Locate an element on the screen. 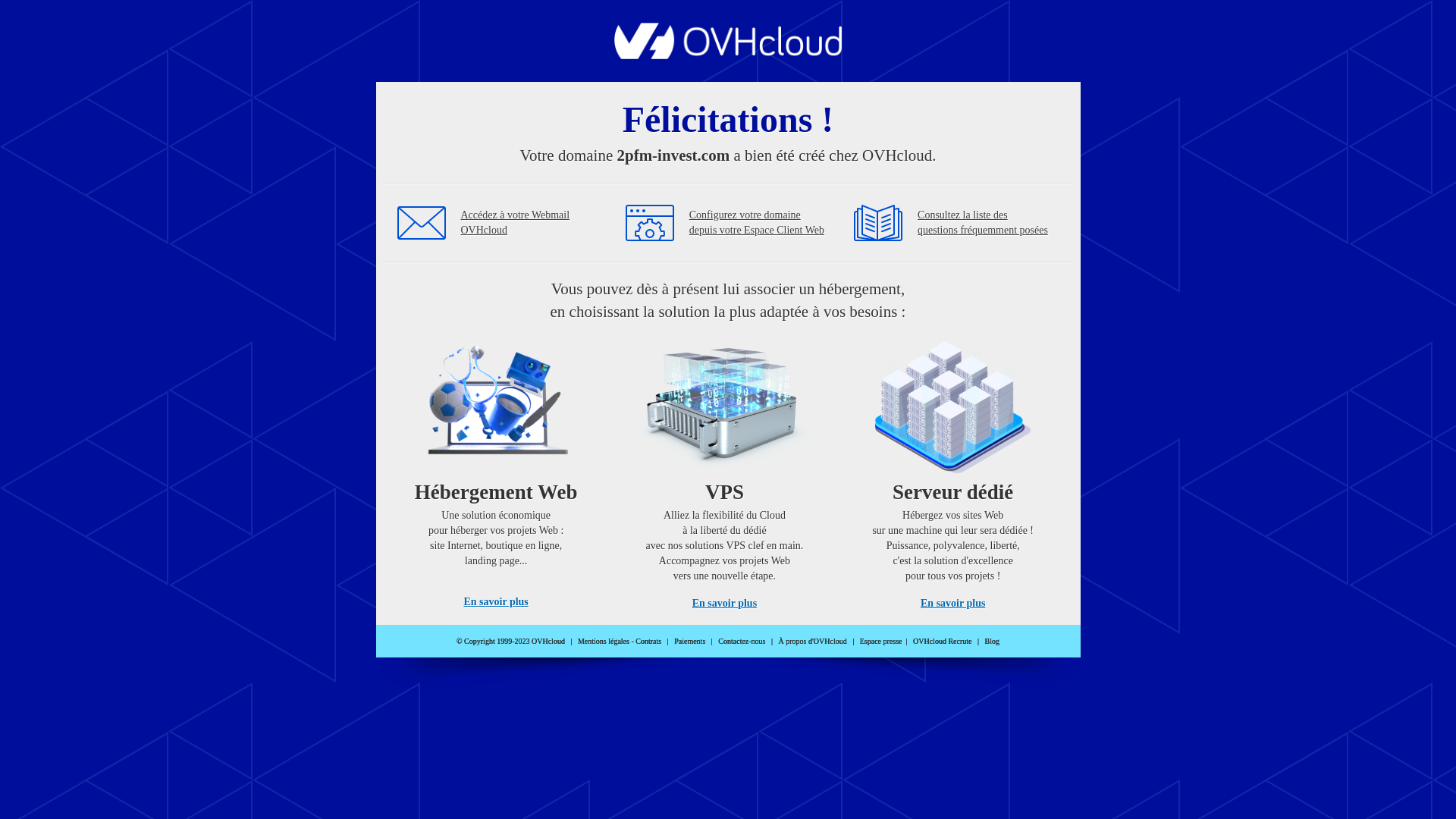 The width and height of the screenshot is (1456, 819). 'Espace presse' is located at coordinates (880, 641).